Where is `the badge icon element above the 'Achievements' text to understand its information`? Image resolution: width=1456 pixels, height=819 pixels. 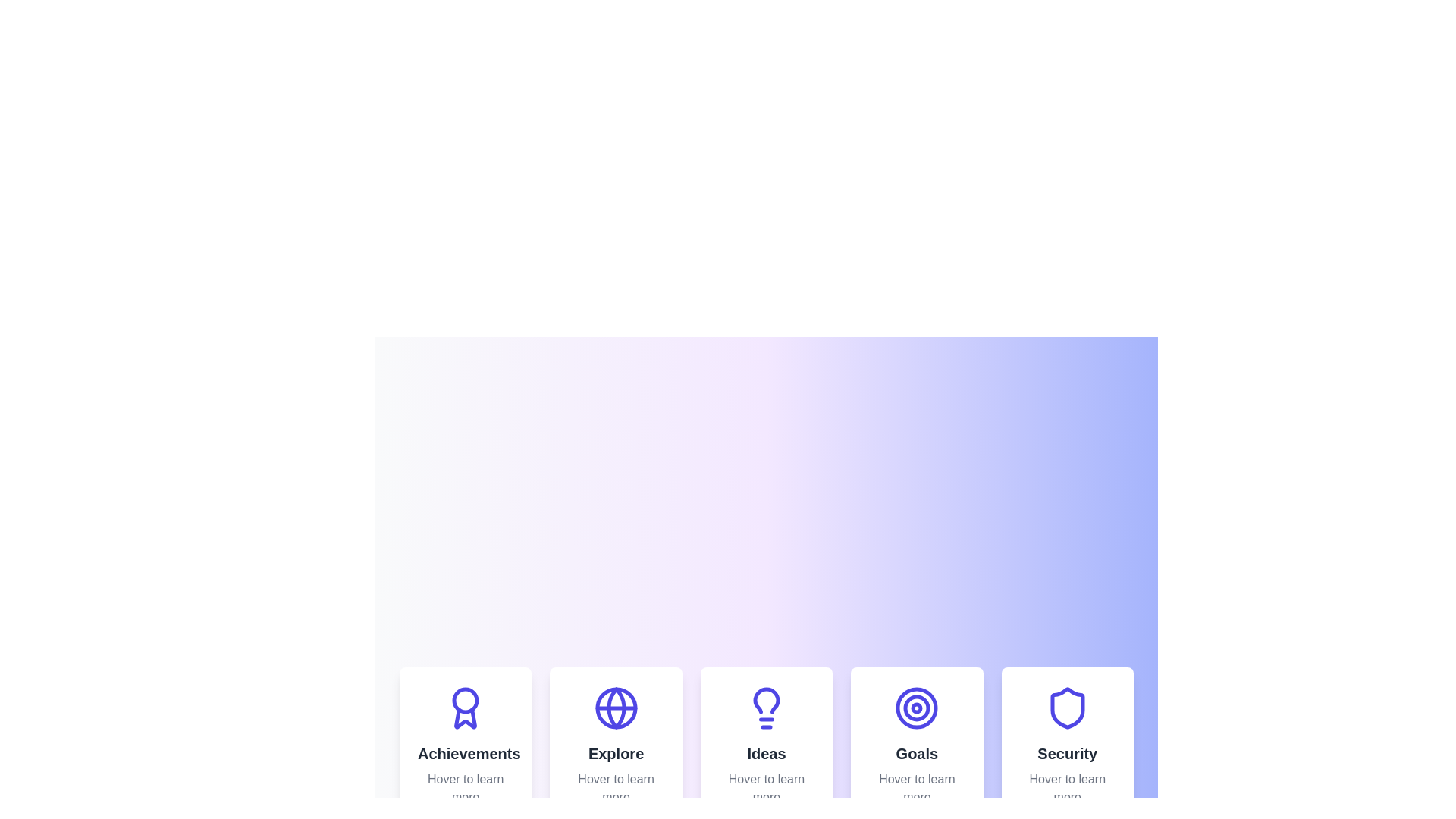
the badge icon element above the 'Achievements' text to understand its information is located at coordinates (465, 708).